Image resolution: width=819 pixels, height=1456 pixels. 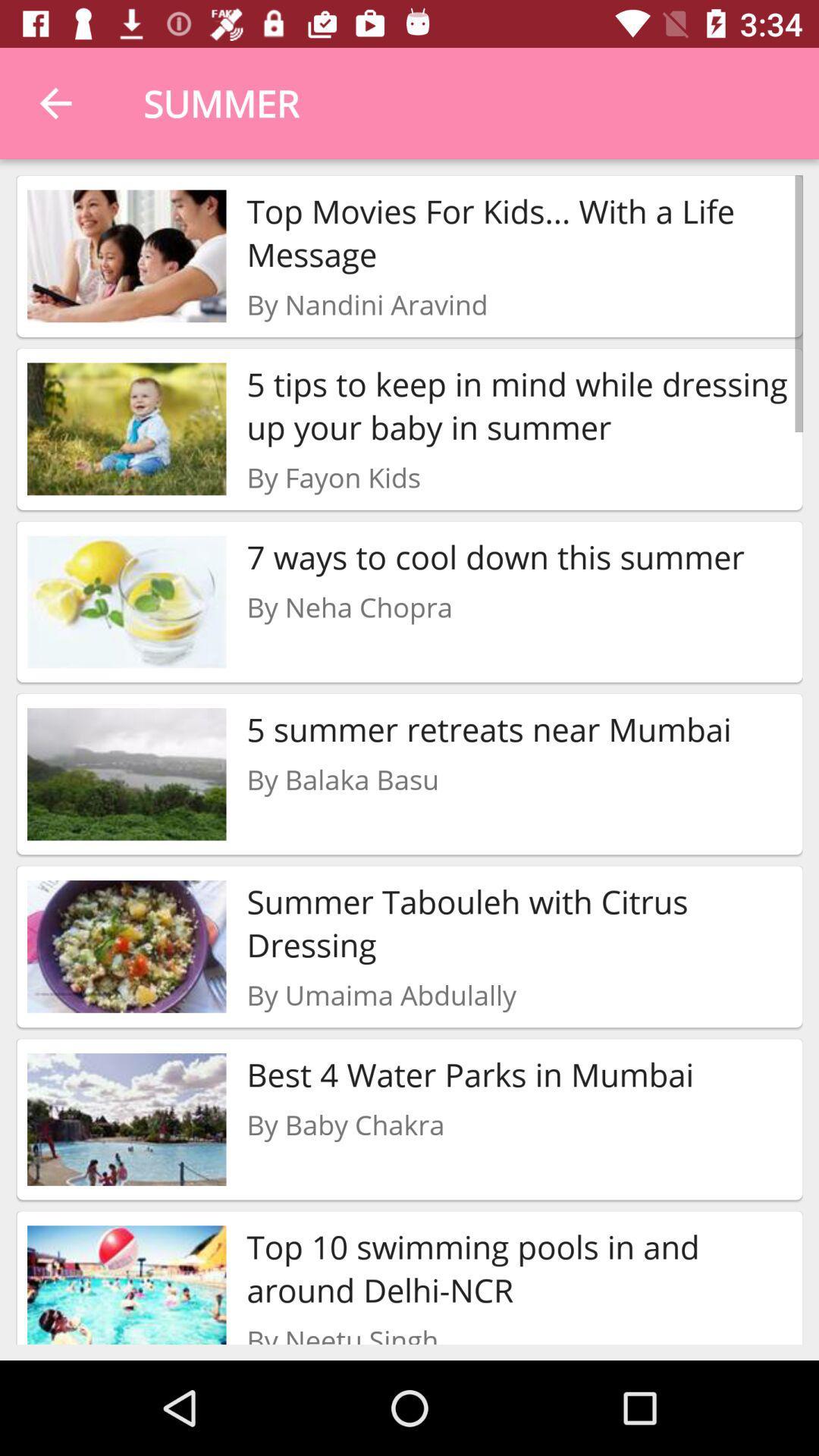 What do you see at coordinates (333, 476) in the screenshot?
I see `icon above the 7 ways to` at bounding box center [333, 476].